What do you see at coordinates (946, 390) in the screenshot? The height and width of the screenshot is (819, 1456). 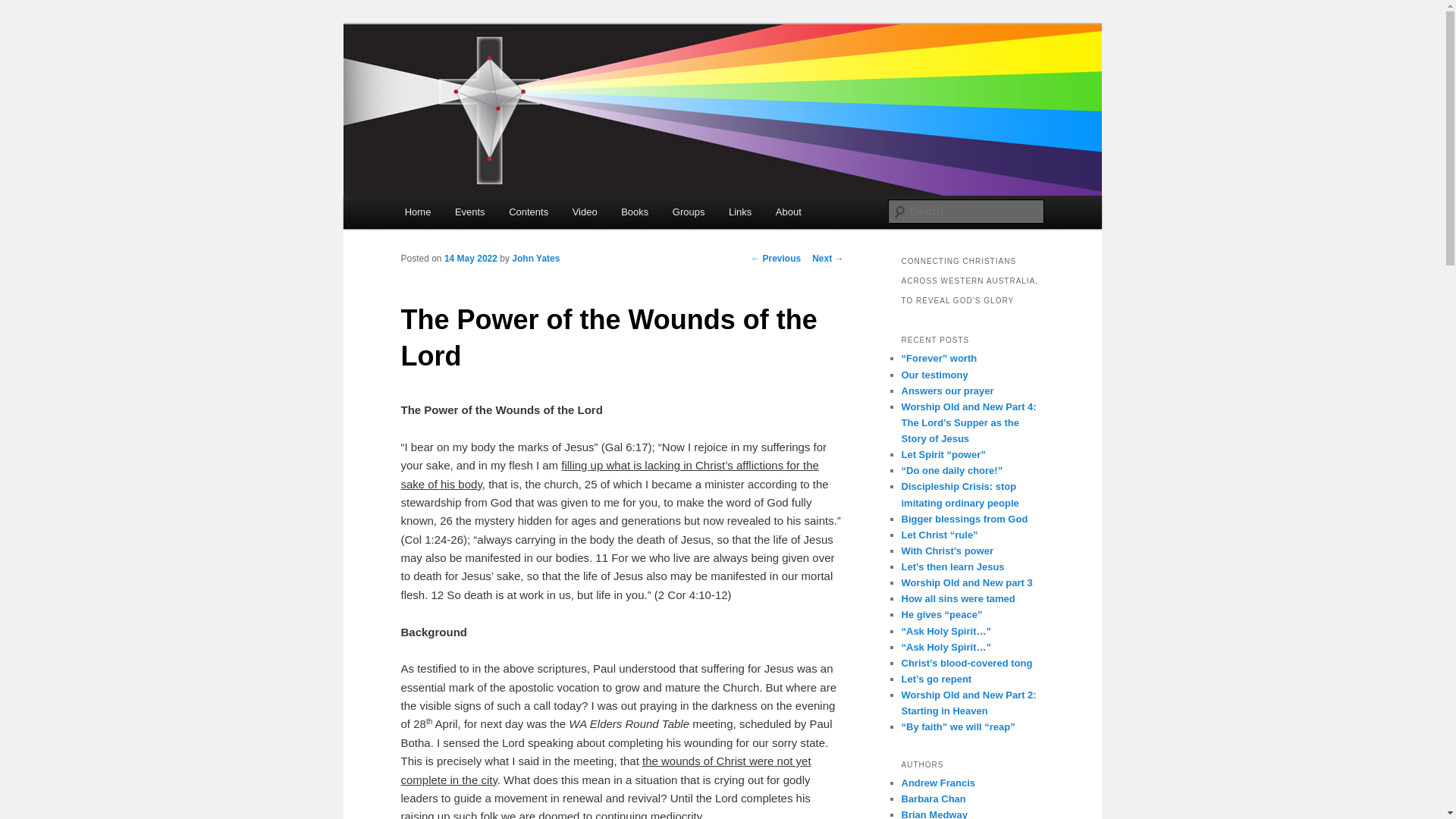 I see `'Answers our prayer'` at bounding box center [946, 390].